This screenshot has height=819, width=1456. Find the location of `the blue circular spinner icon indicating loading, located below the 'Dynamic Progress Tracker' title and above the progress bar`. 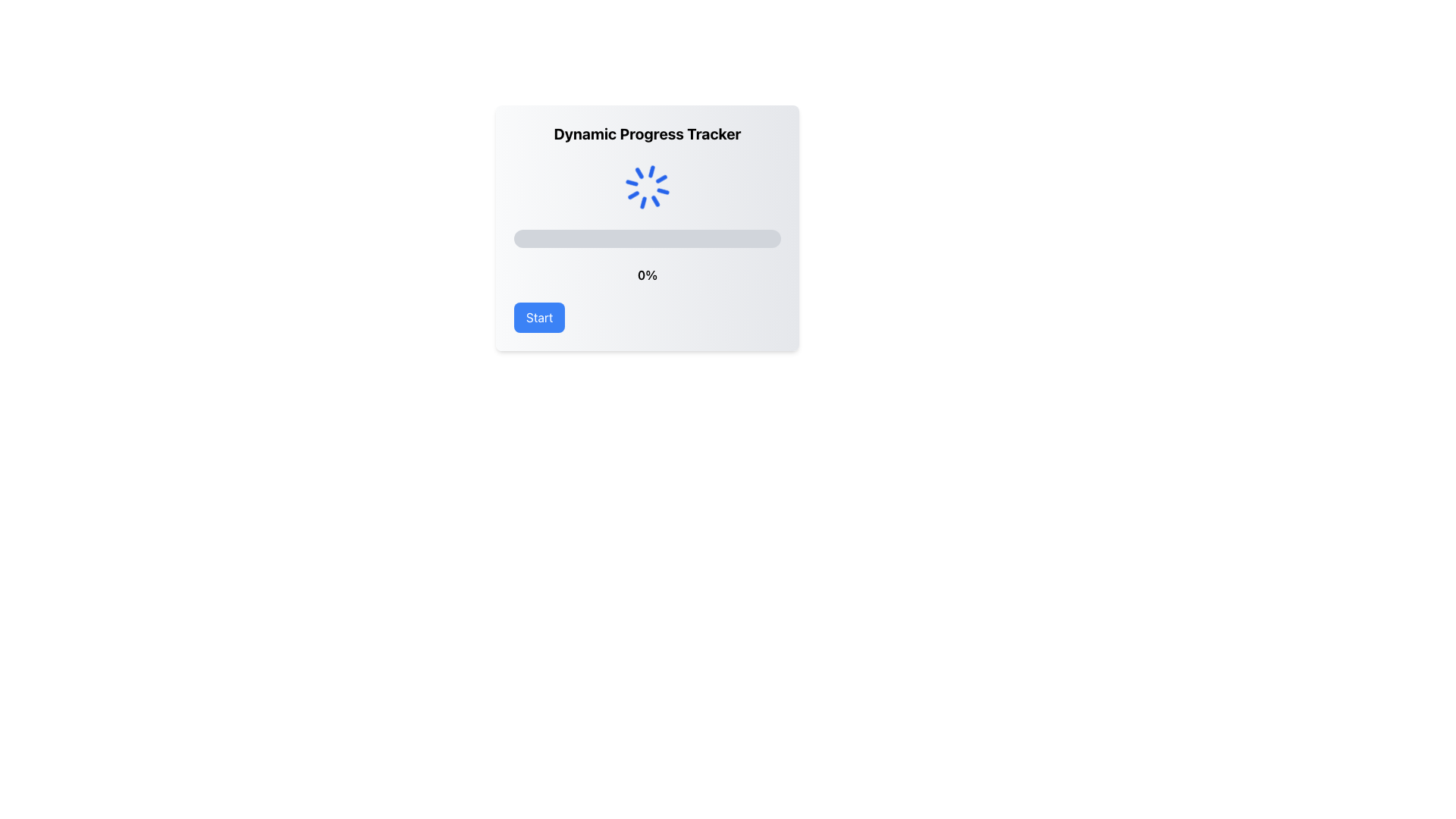

the blue circular spinner icon indicating loading, located below the 'Dynamic Progress Tracker' title and above the progress bar is located at coordinates (648, 186).